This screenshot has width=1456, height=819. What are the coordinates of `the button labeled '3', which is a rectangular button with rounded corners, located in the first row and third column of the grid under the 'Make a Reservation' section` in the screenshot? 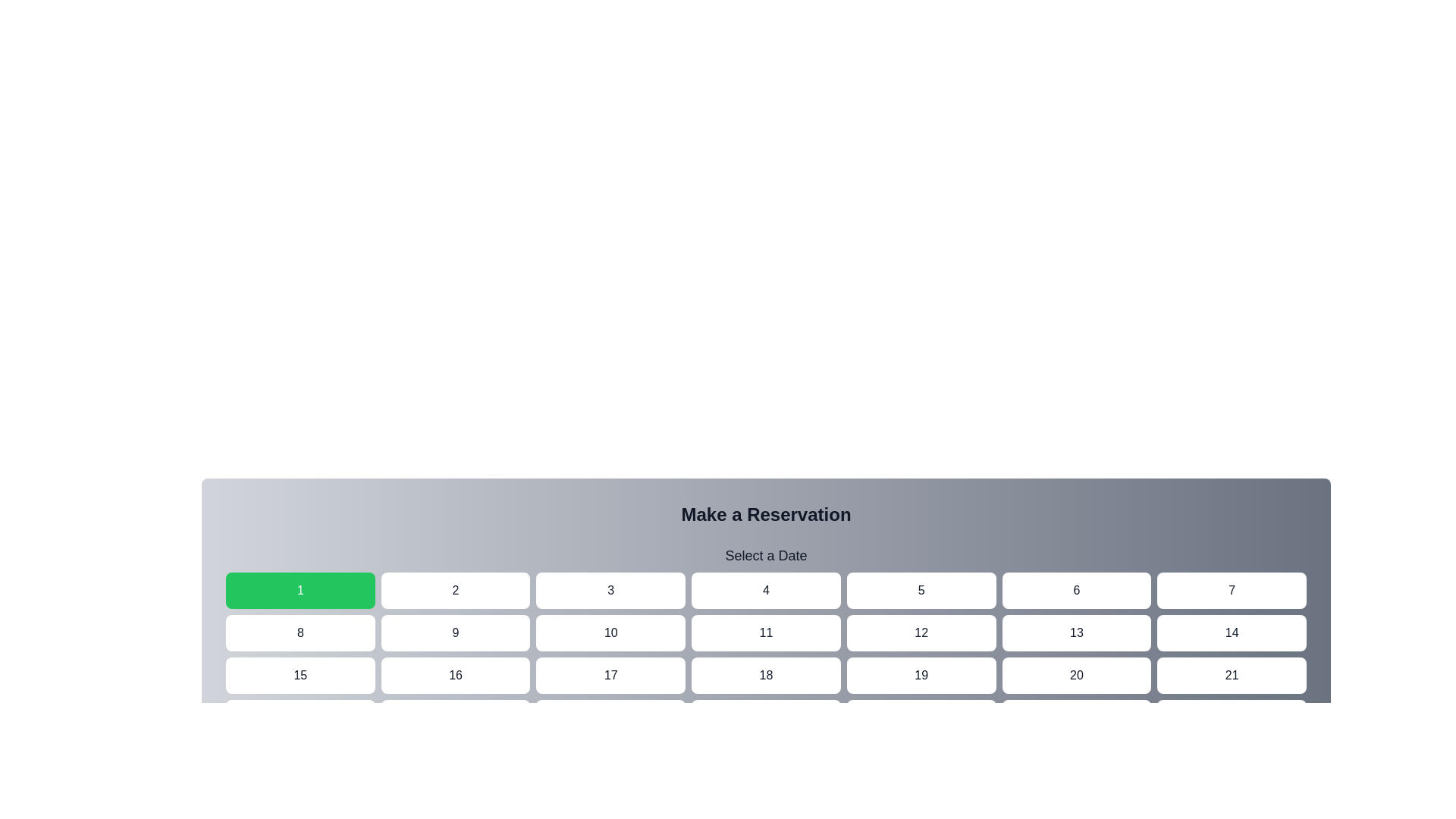 It's located at (610, 590).